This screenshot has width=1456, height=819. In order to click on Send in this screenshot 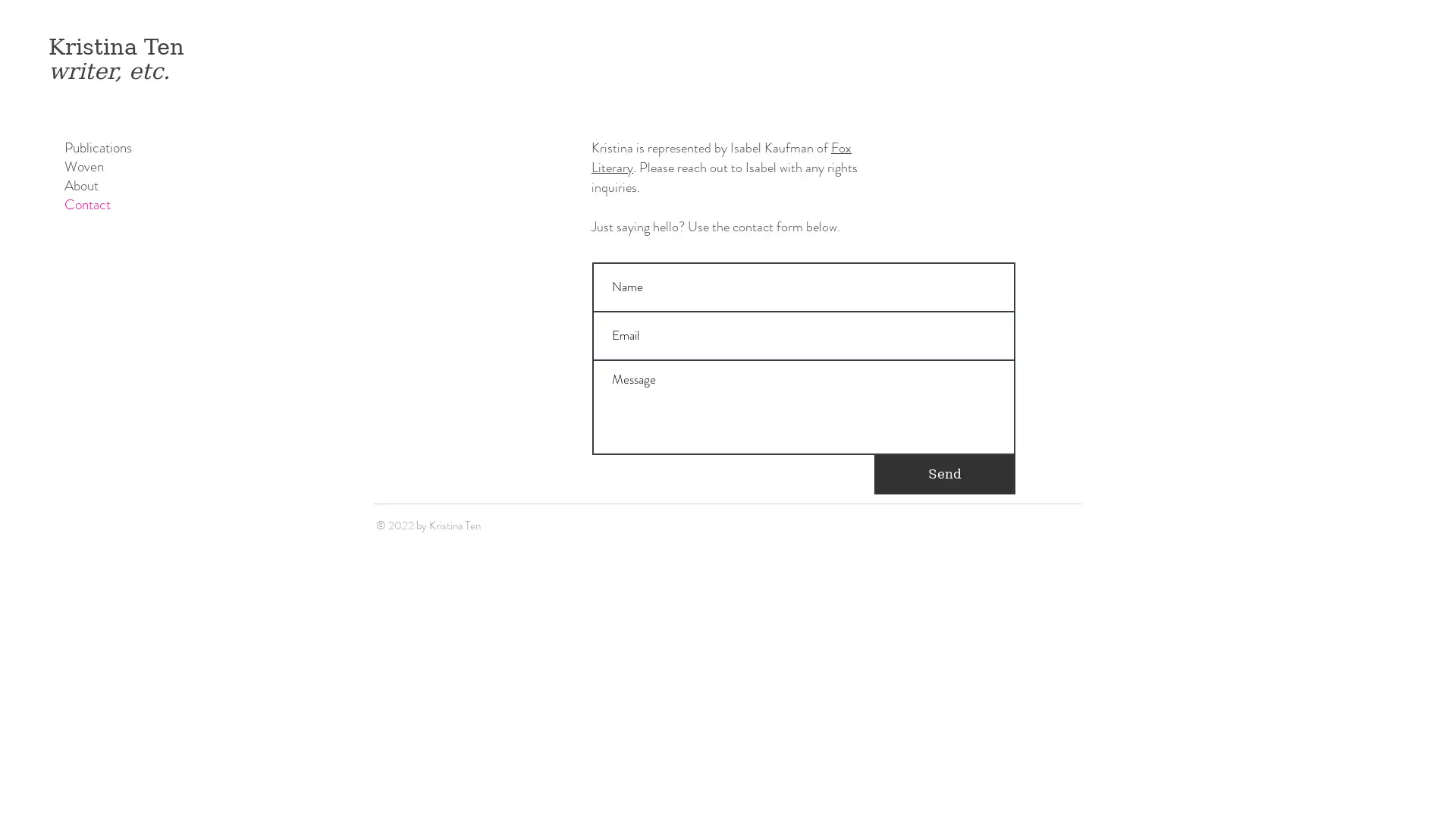, I will do `click(944, 473)`.